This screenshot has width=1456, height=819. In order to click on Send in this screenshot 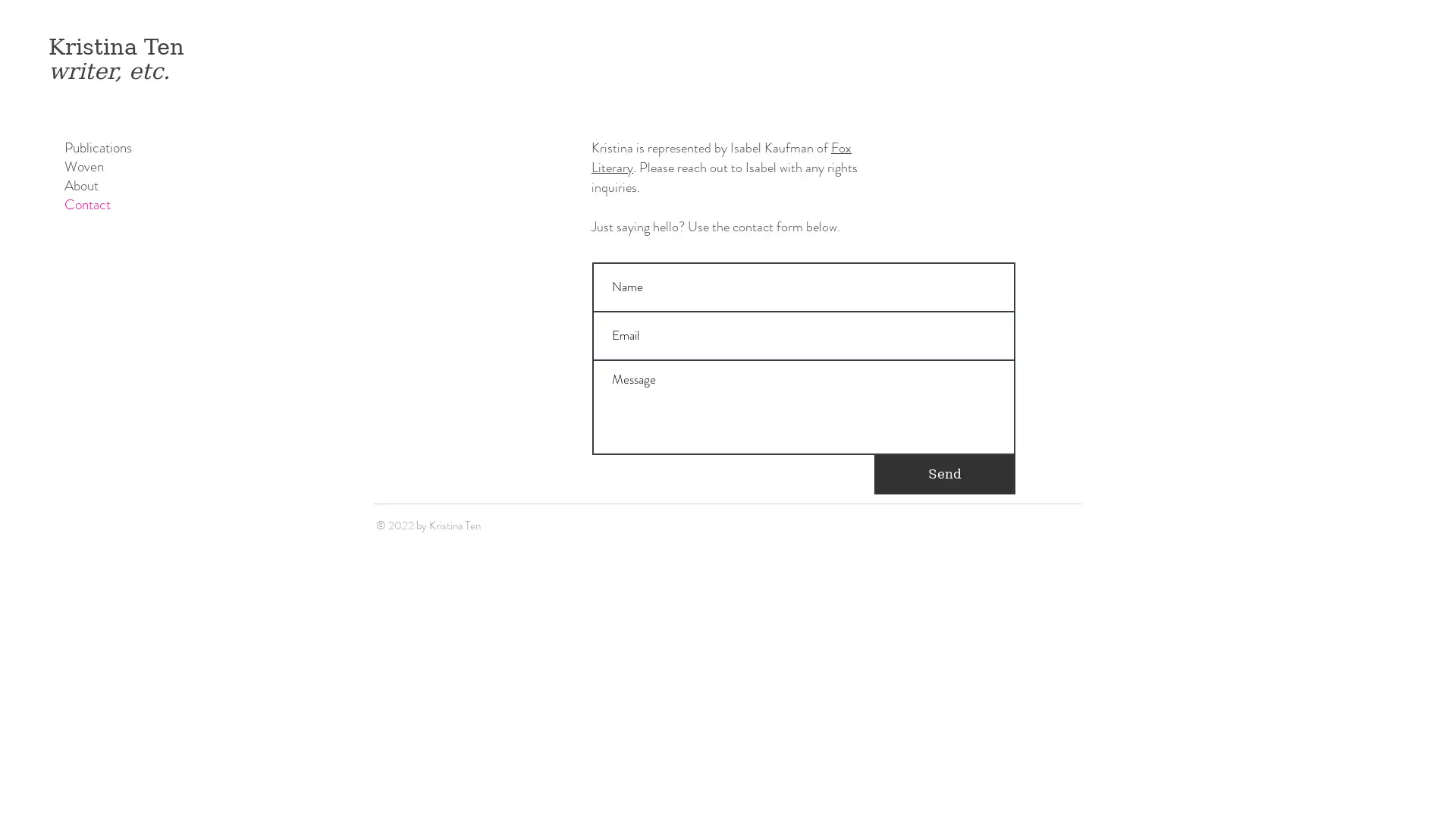, I will do `click(944, 473)`.